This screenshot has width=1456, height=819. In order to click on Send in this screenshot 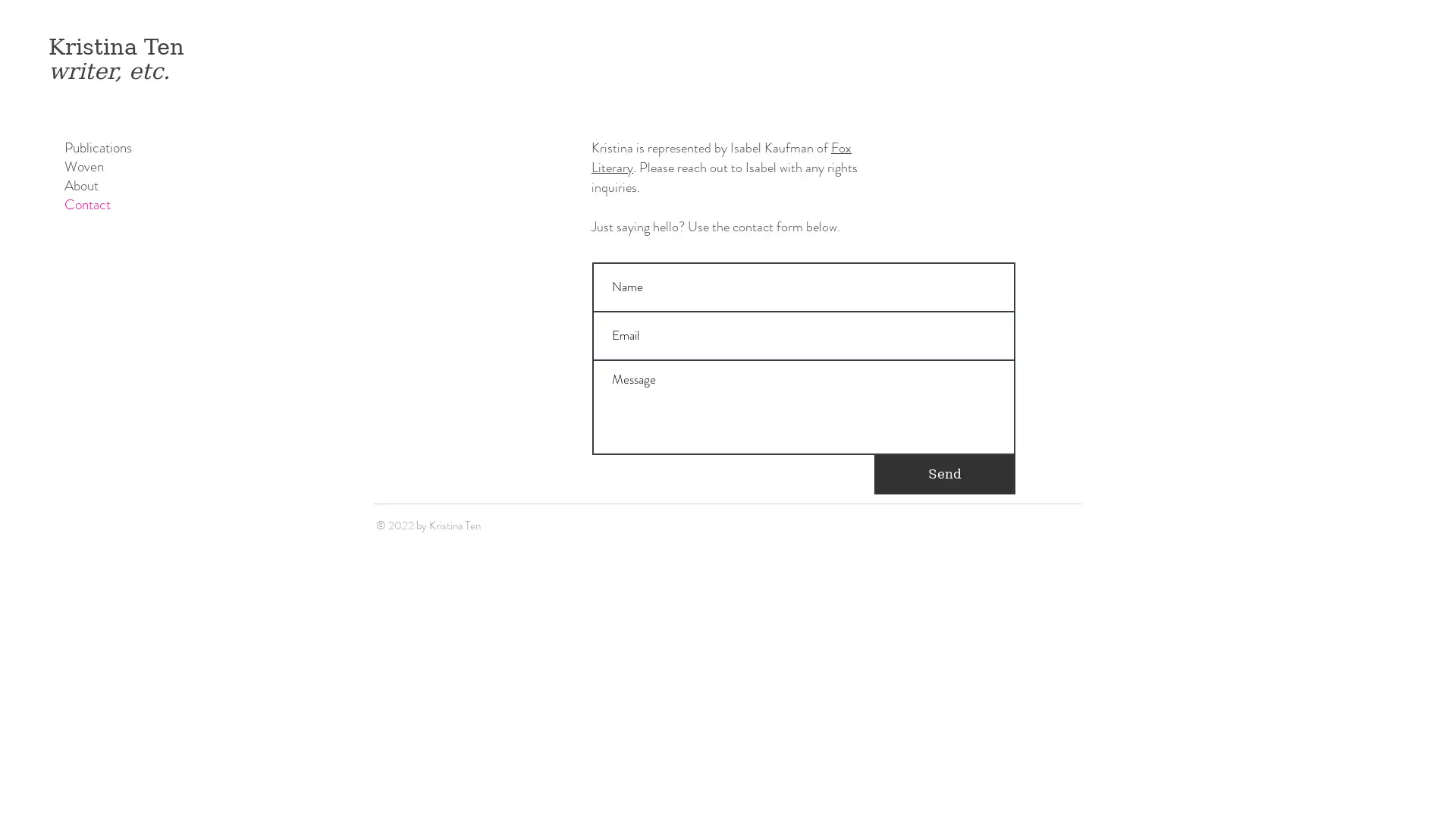, I will do `click(944, 473)`.